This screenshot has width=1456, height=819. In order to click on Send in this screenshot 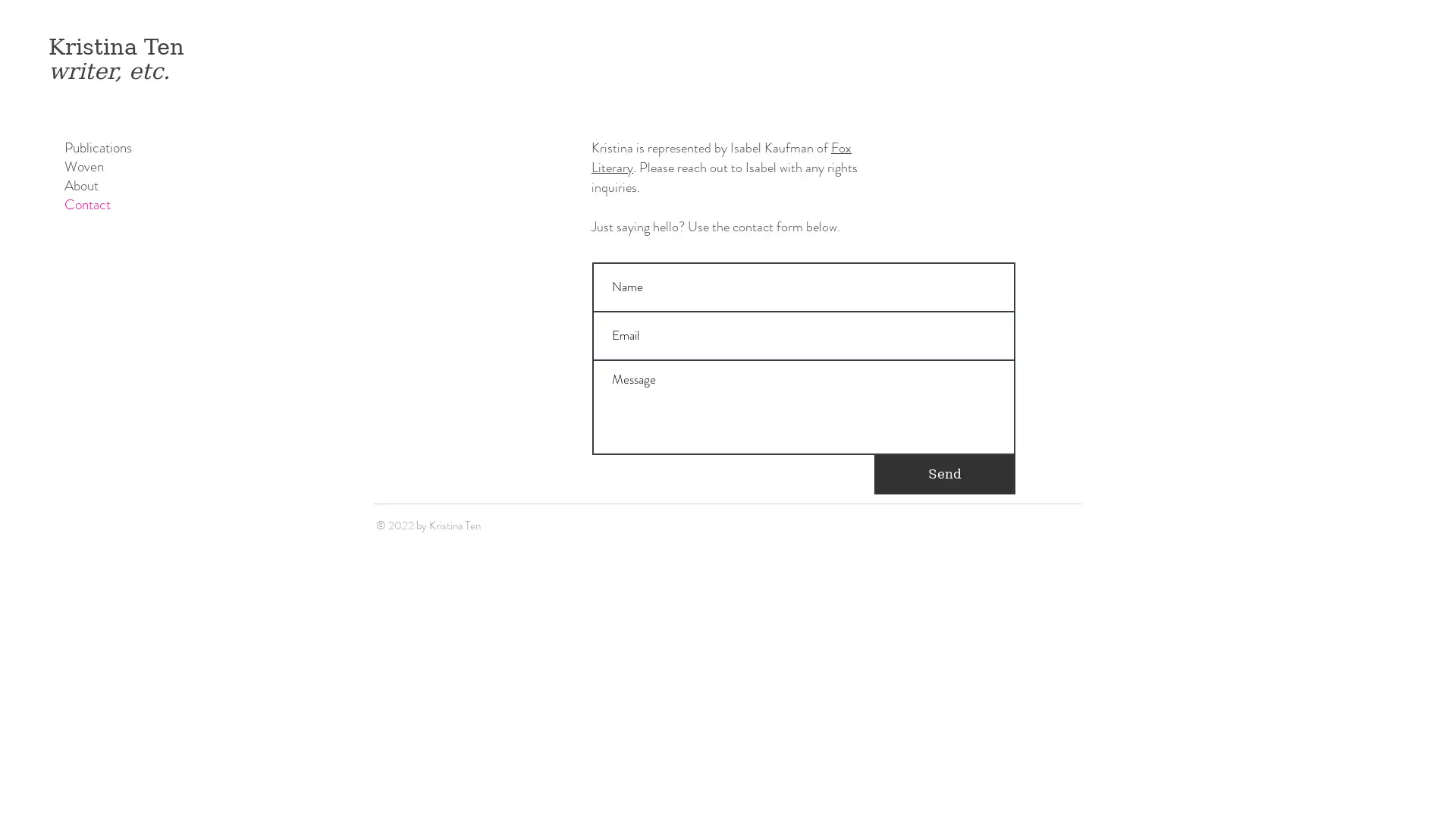, I will do `click(944, 473)`.